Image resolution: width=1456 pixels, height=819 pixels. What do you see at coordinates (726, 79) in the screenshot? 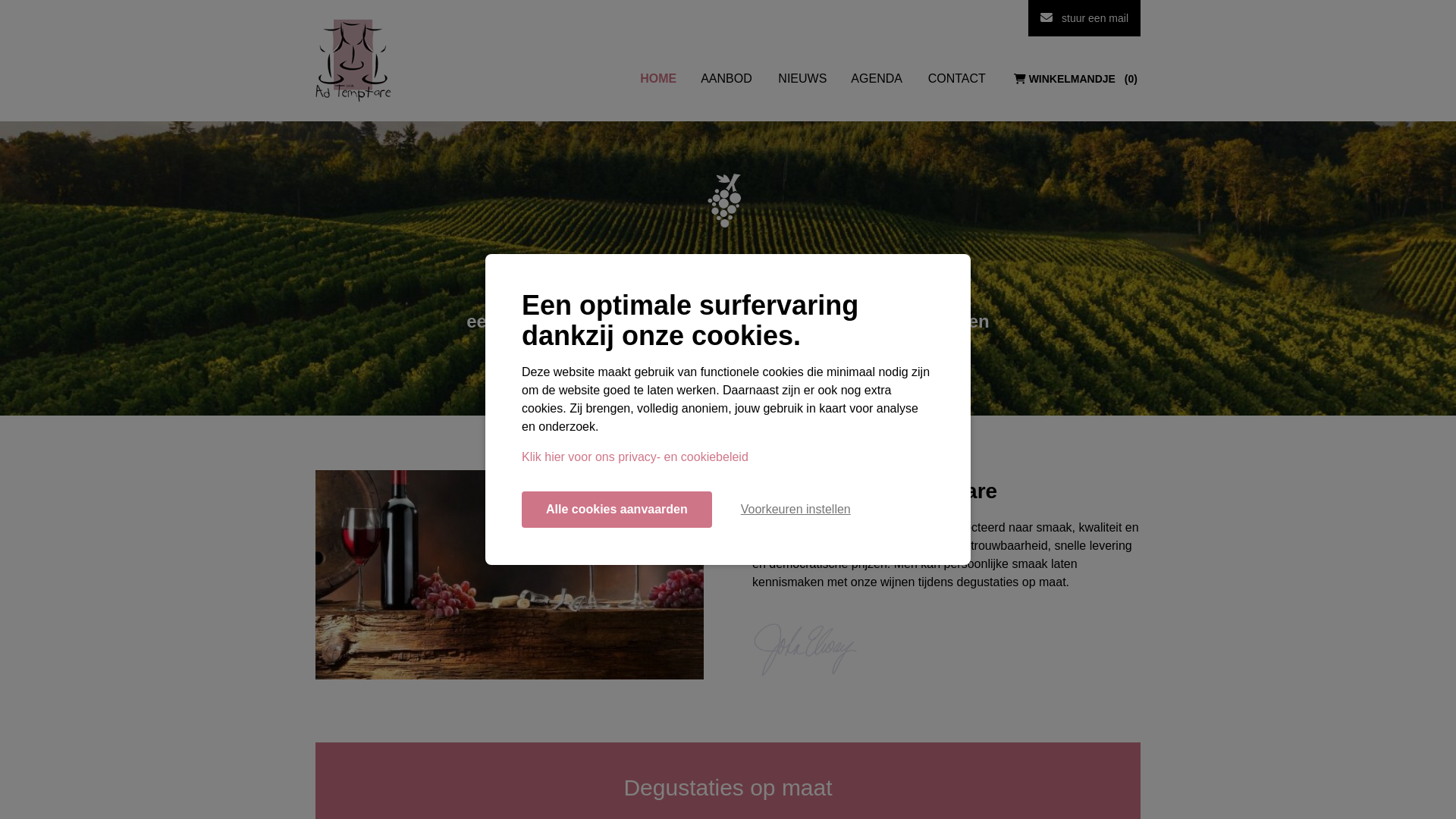
I see `'AANBOD'` at bounding box center [726, 79].